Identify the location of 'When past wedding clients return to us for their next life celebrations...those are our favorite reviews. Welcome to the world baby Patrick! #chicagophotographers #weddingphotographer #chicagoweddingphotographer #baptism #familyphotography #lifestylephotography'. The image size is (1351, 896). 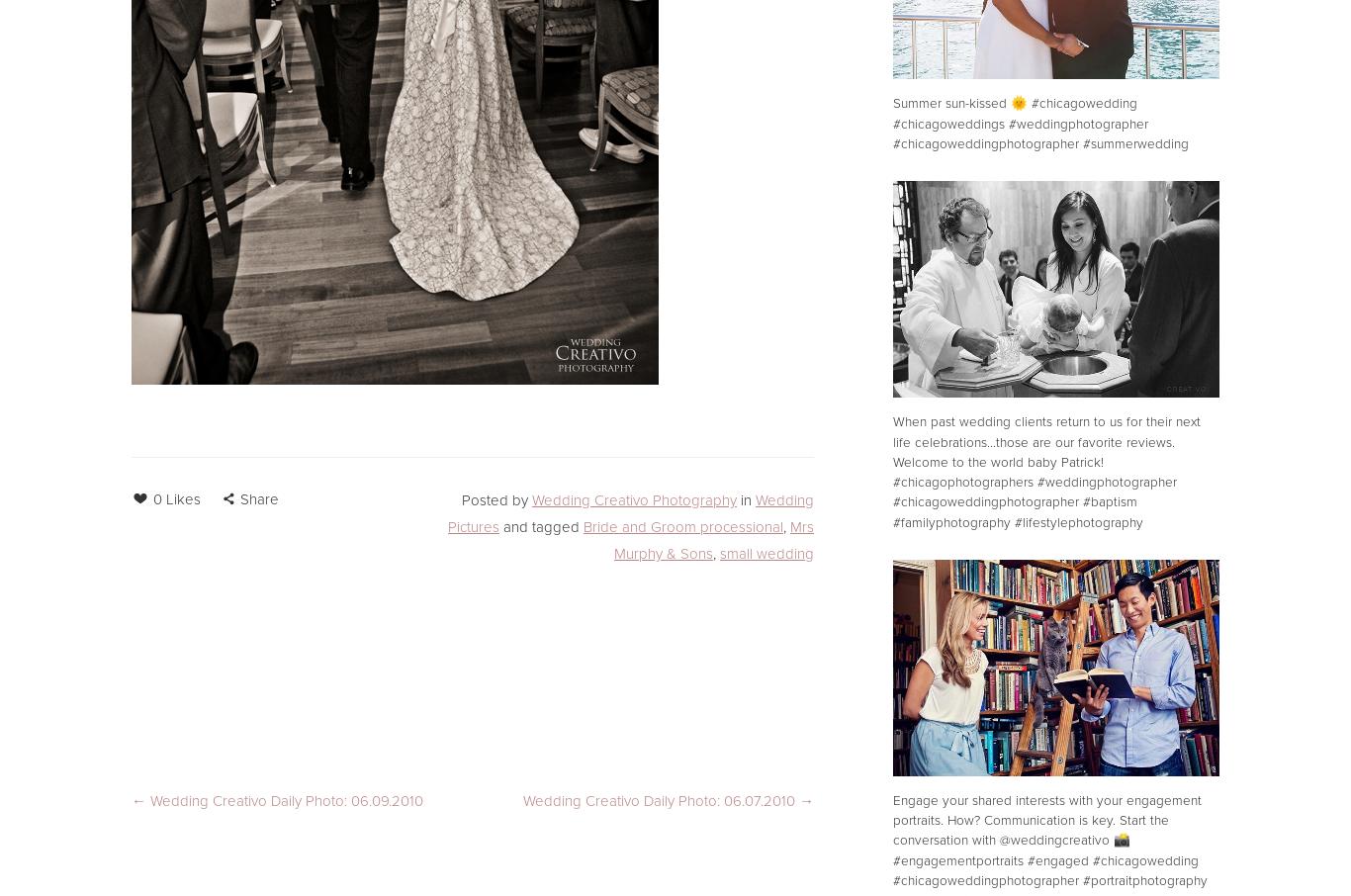
(1044, 470).